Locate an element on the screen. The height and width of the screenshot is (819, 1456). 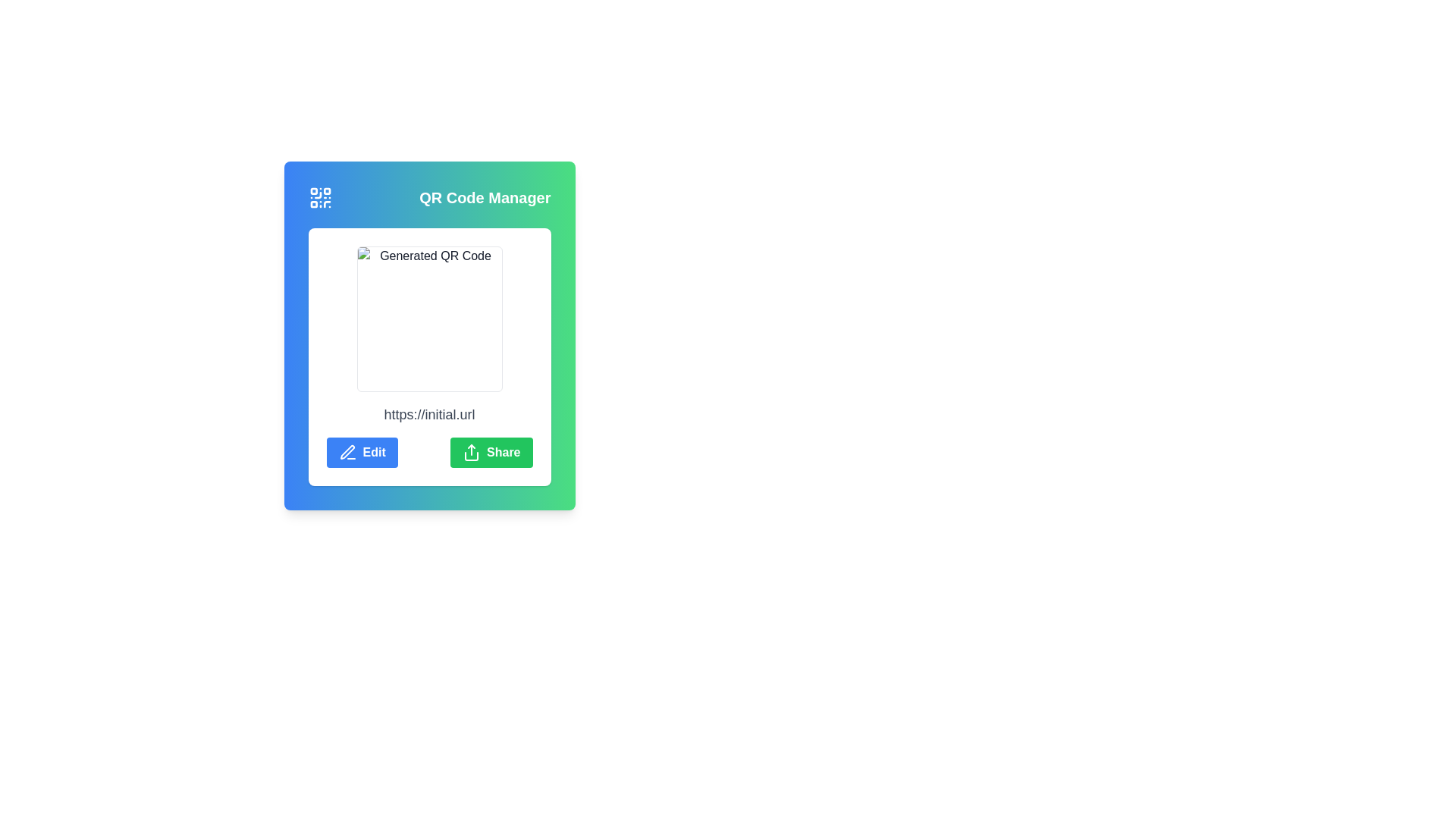
the 'Share' button with a green background and white text is located at coordinates (491, 452).